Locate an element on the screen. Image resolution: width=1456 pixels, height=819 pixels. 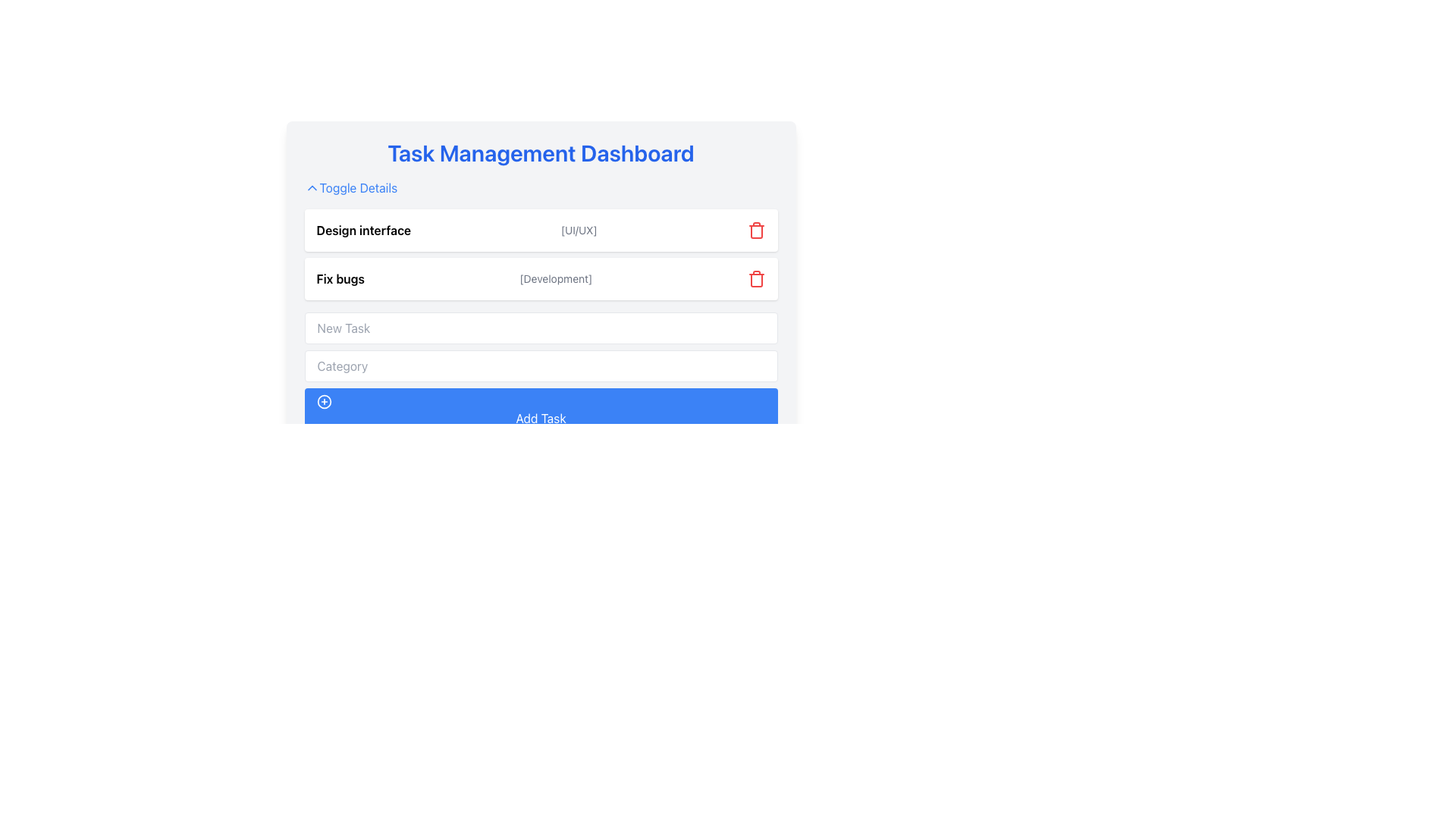
the text label that serves as a category or tag indicator for the 'Design interface' task, positioned to the right of the 'Design interface' label in the topmost task entry is located at coordinates (578, 231).